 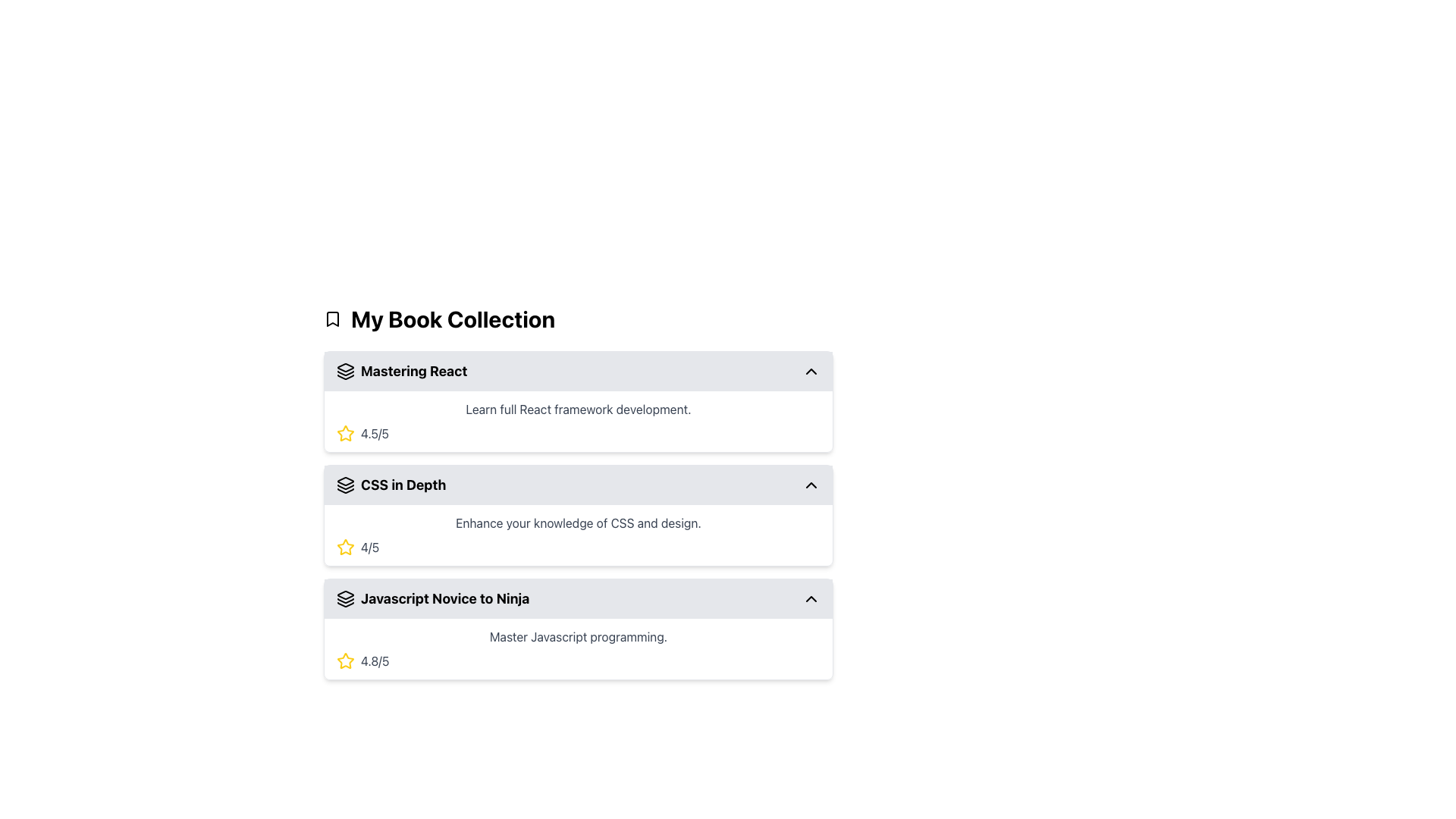 What do you see at coordinates (345, 433) in the screenshot?
I see `the star-shaped icon with a hollow center and yellow outline, which indicates a rating, located to the left of the score '4/5' and below the book title 'CSS in Depth.'` at bounding box center [345, 433].